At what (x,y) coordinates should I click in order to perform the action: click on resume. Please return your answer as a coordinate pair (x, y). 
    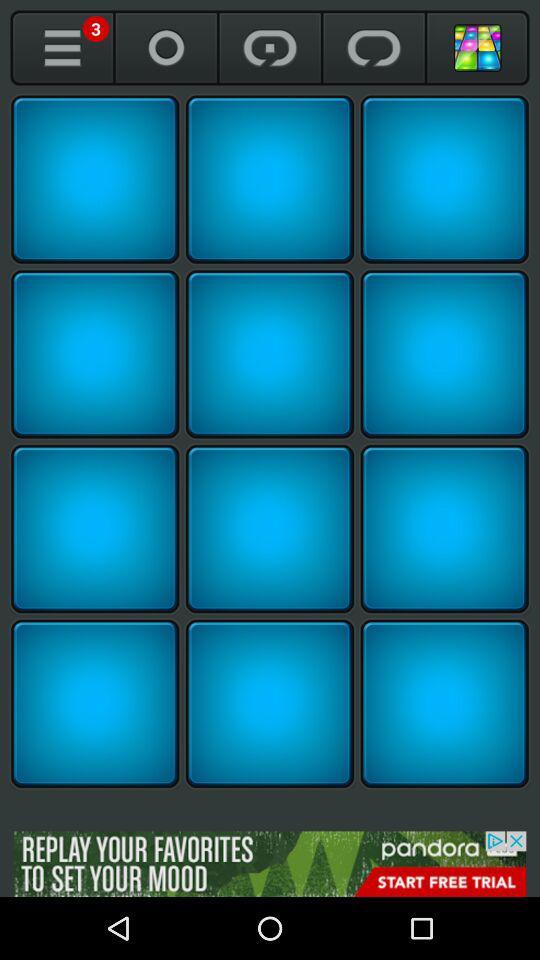
    Looking at the image, I should click on (374, 47).